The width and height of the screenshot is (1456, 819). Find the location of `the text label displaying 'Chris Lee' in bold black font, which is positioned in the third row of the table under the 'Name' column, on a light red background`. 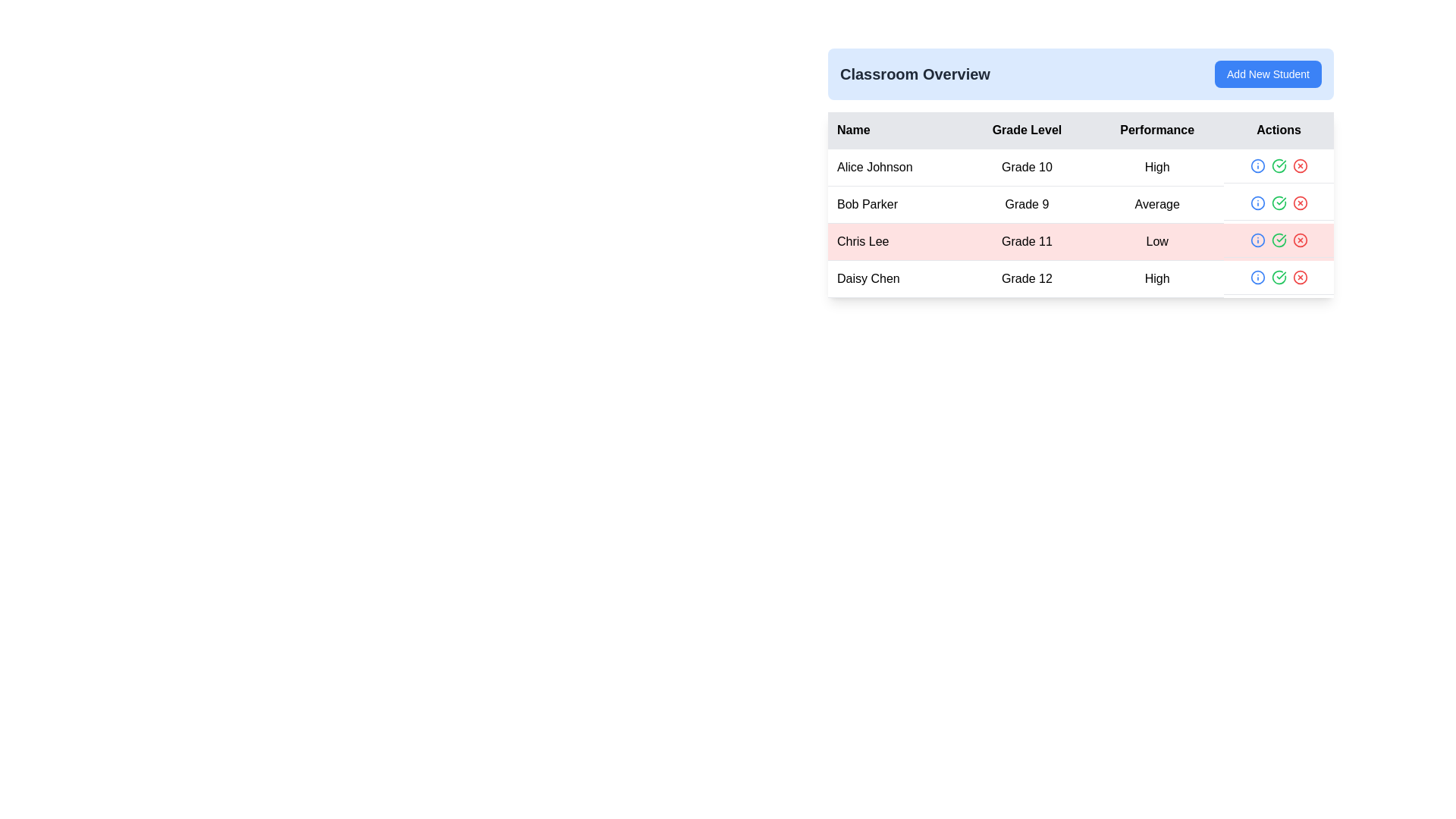

the text label displaying 'Chris Lee' in bold black font, which is positioned in the third row of the table under the 'Name' column, on a light red background is located at coordinates (896, 241).